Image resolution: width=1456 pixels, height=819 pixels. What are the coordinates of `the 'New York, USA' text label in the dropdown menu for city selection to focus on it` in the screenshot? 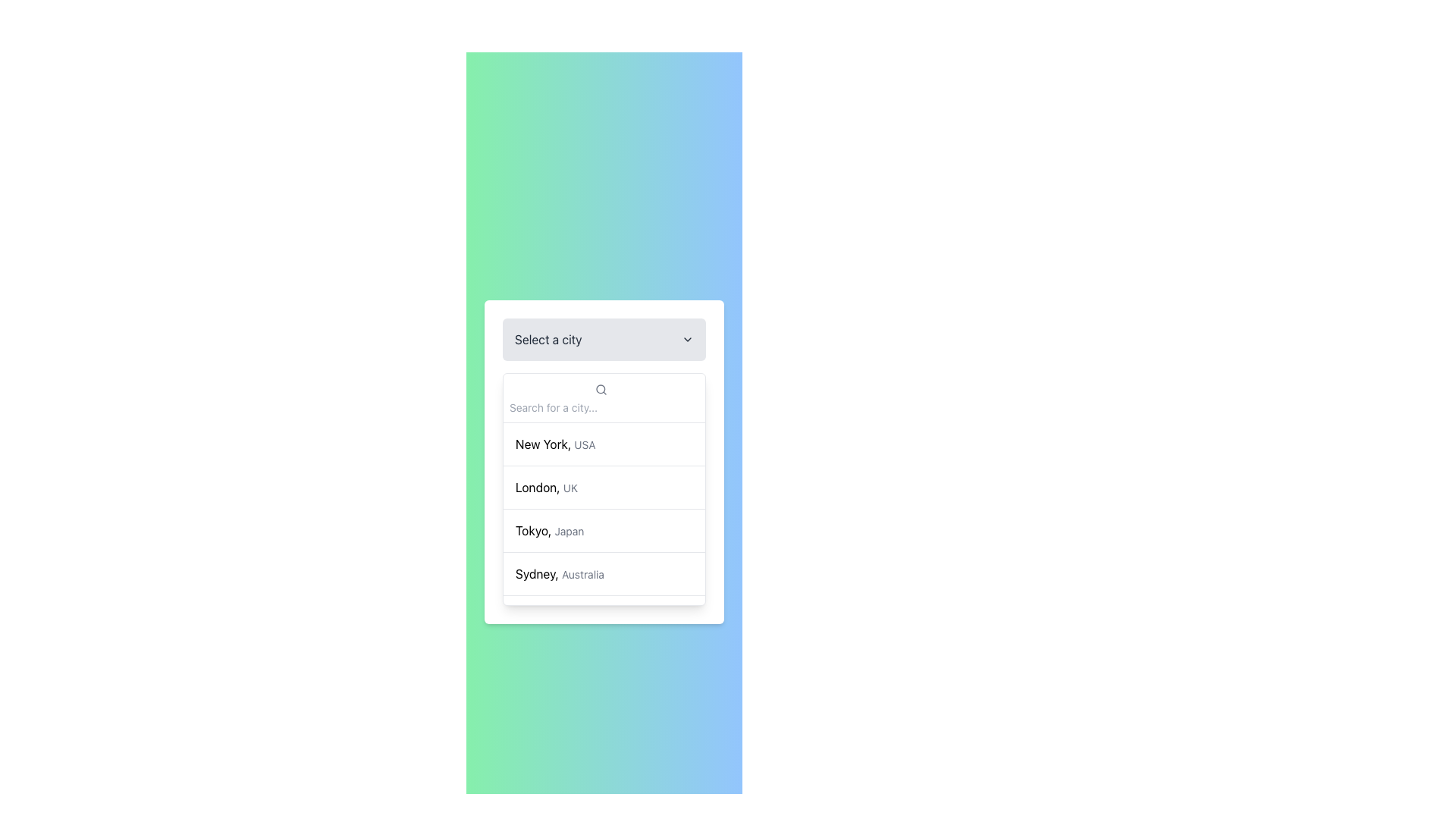 It's located at (554, 444).